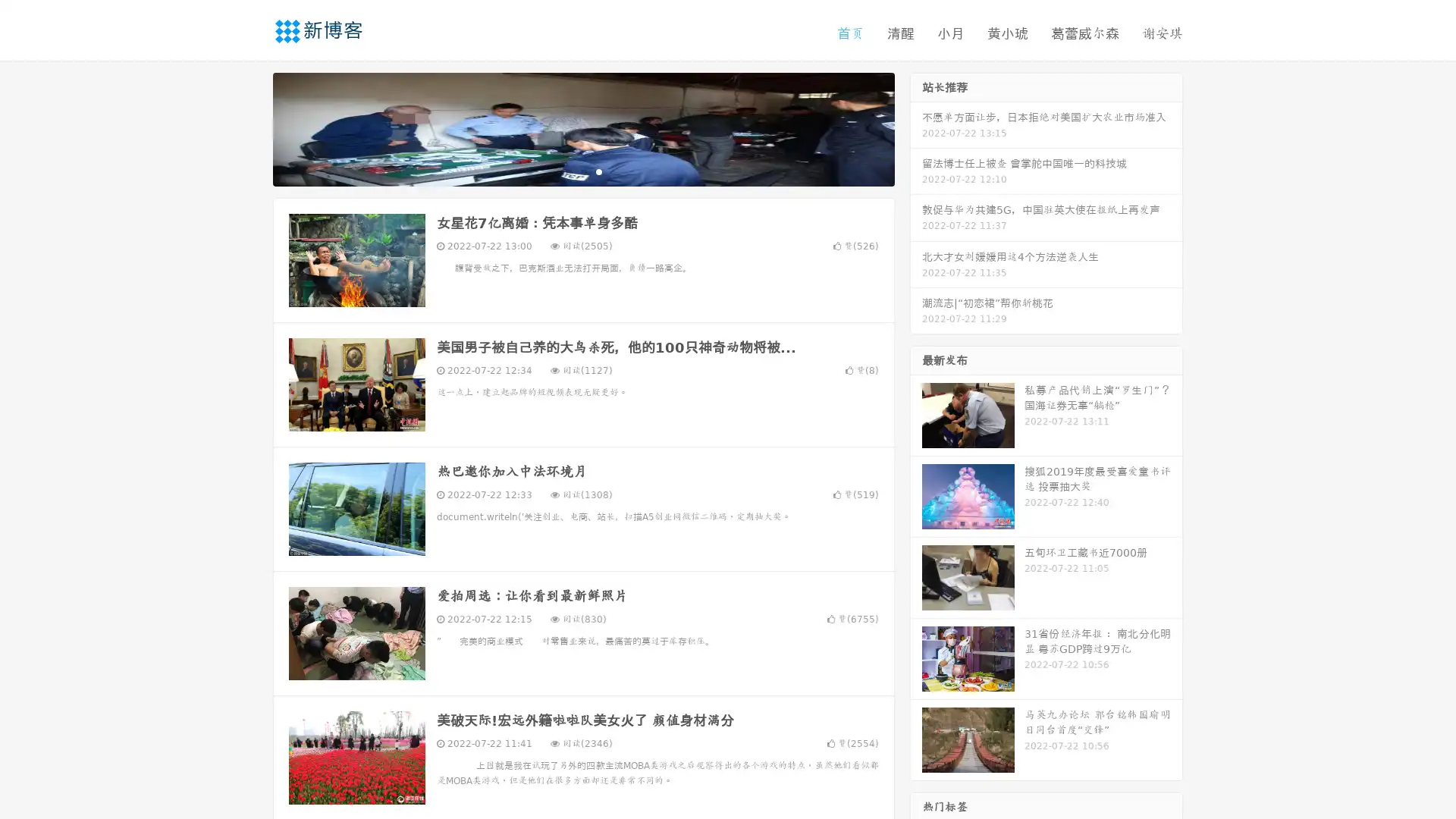 Image resolution: width=1456 pixels, height=819 pixels. I want to click on Go to slide 1, so click(567, 171).